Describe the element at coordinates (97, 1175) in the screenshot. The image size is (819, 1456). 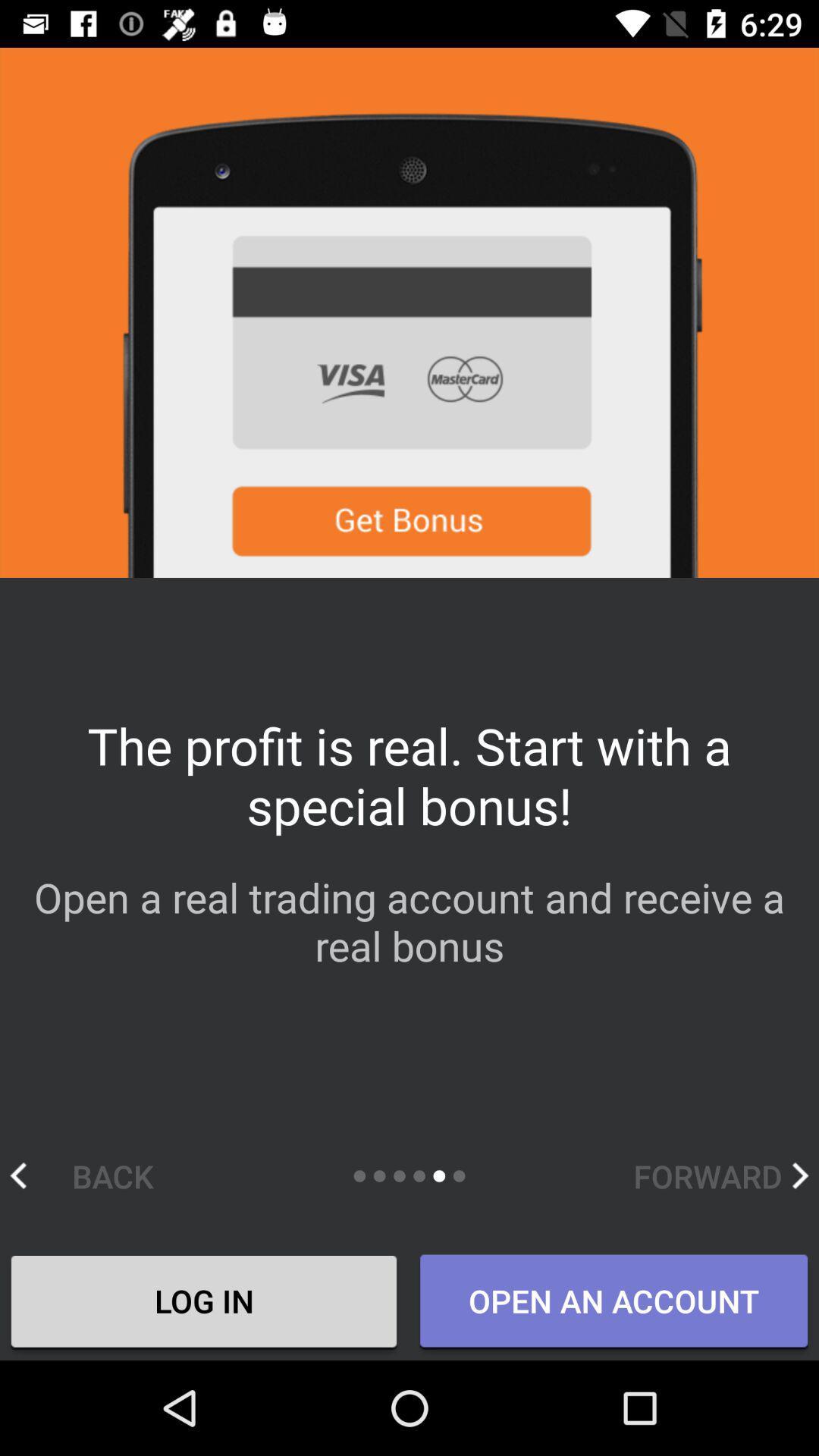
I see `the icon below the open a real icon` at that location.